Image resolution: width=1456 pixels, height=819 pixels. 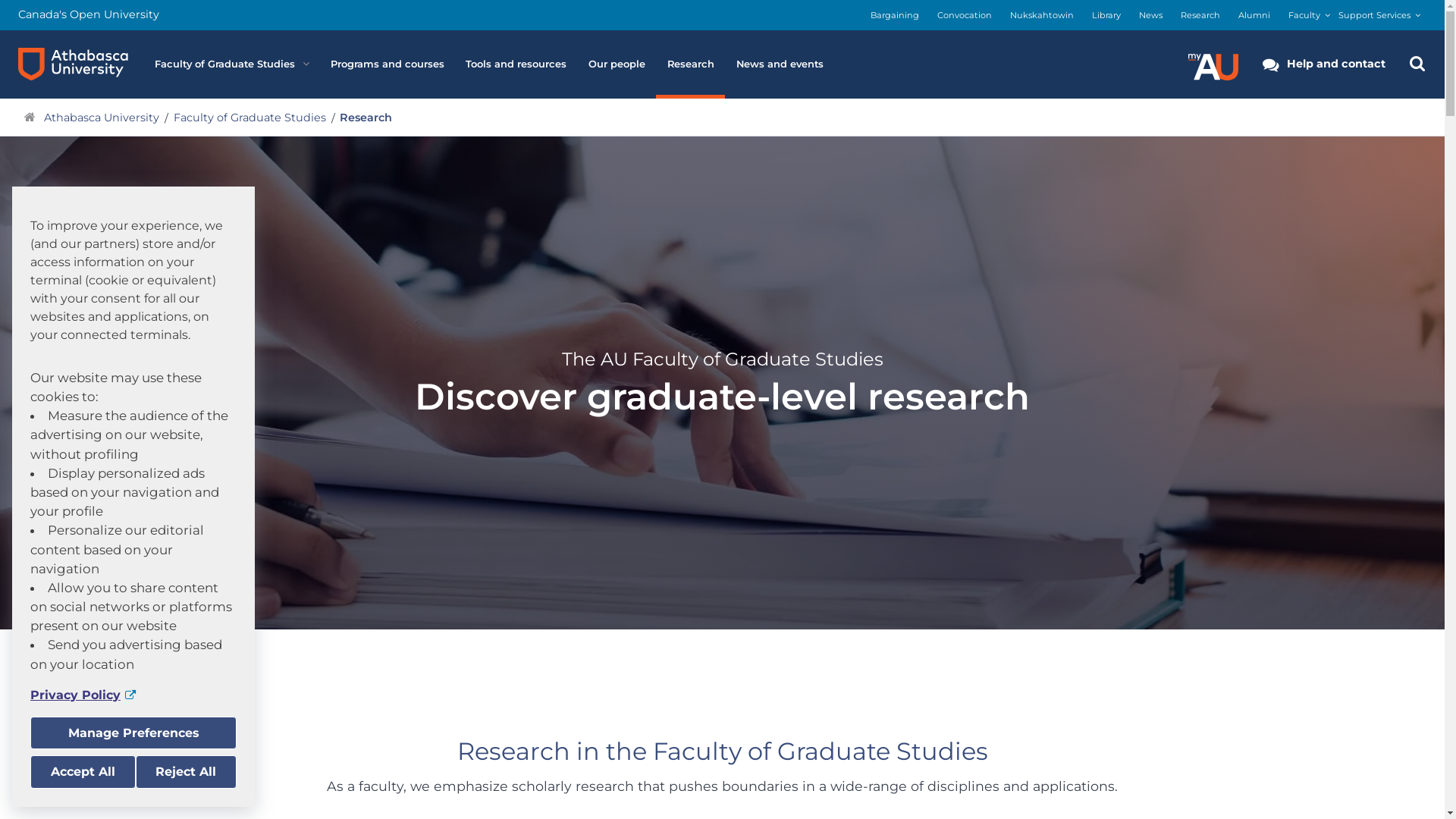 I want to click on 'Athabasca University logo', so click(x=72, y=63).